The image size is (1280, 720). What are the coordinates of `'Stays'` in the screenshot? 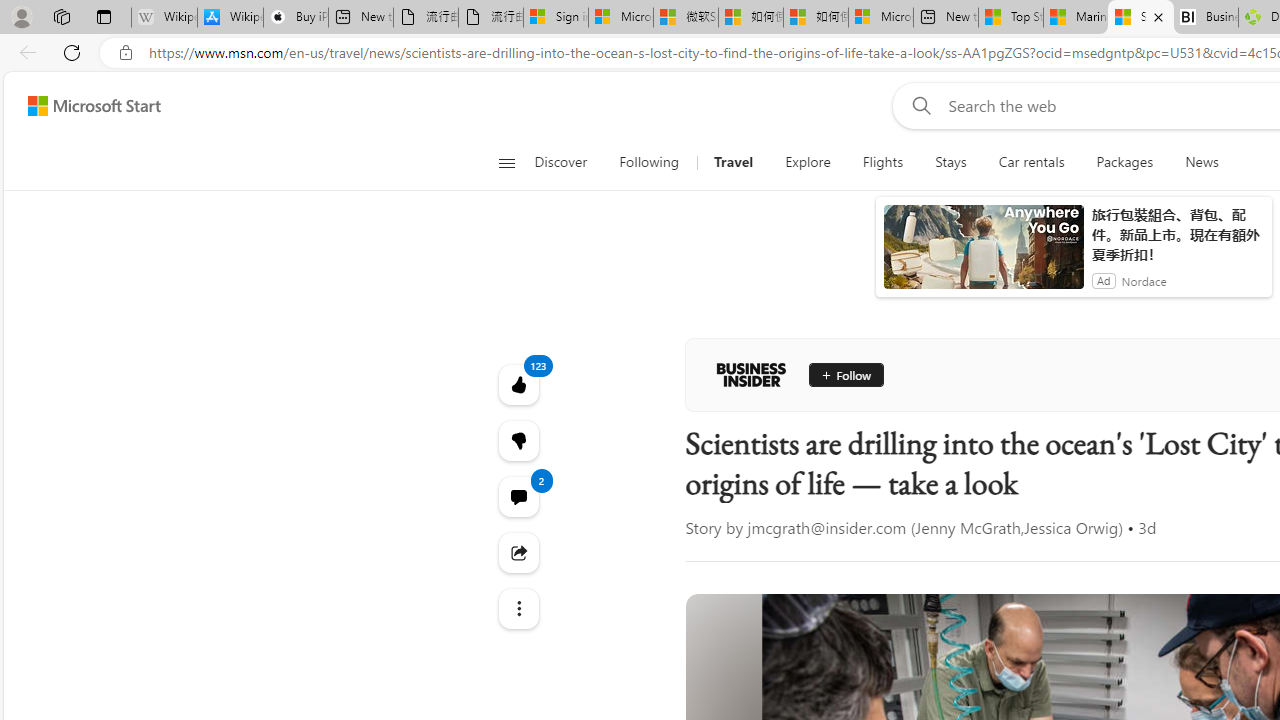 It's located at (950, 162).